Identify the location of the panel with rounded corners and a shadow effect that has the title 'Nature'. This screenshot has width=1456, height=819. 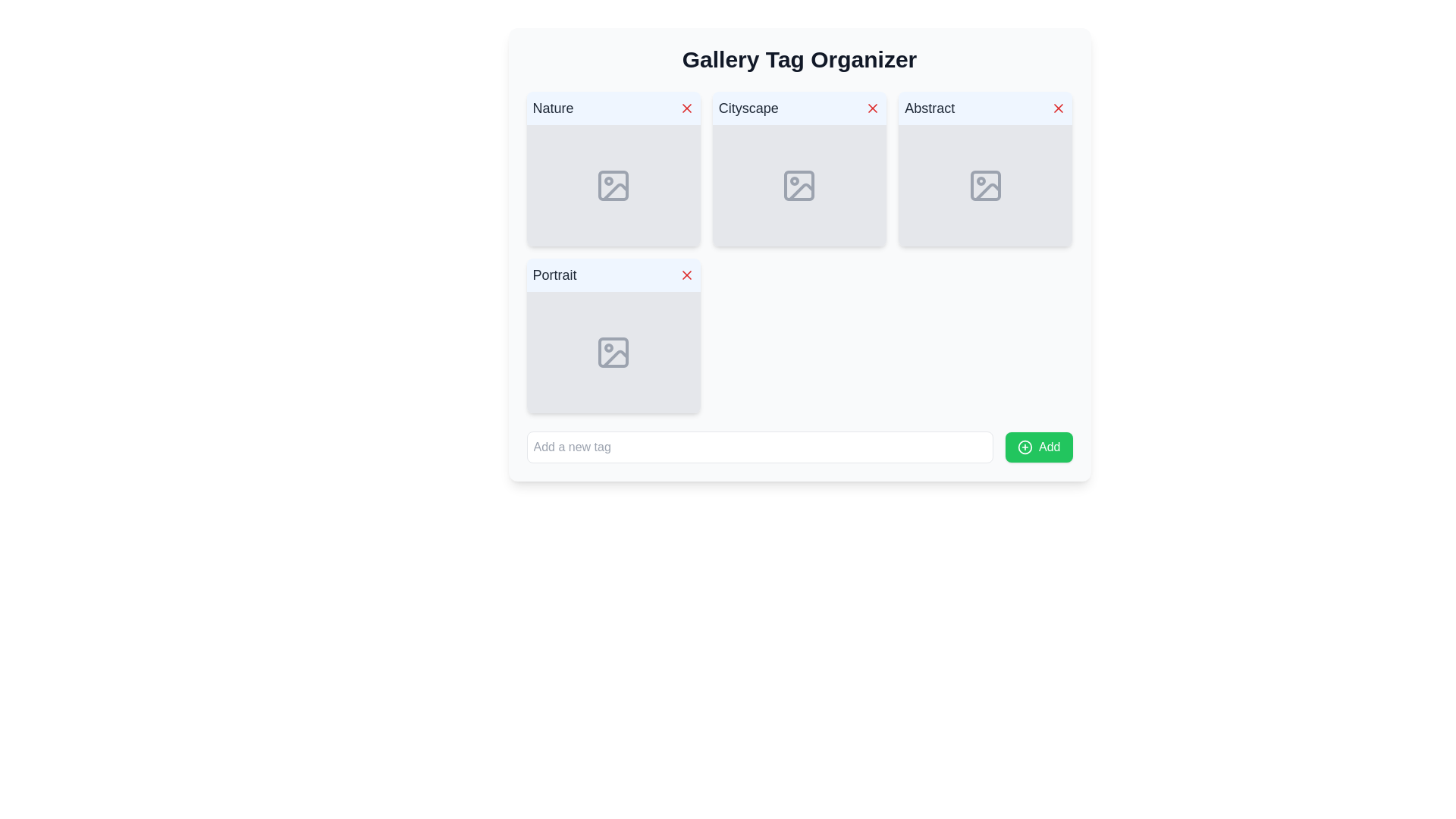
(613, 169).